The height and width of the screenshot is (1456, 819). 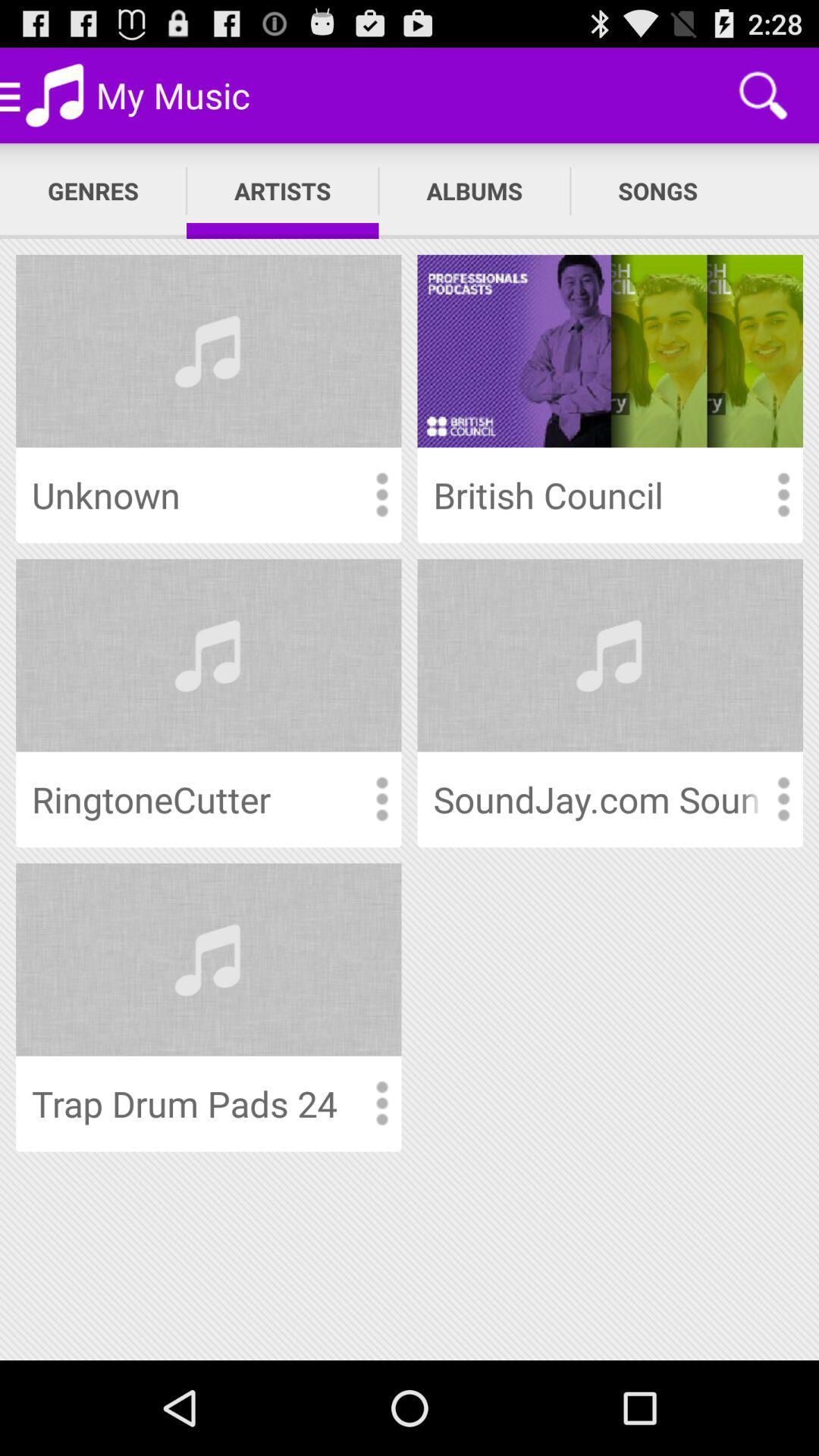 I want to click on more options, so click(x=381, y=799).